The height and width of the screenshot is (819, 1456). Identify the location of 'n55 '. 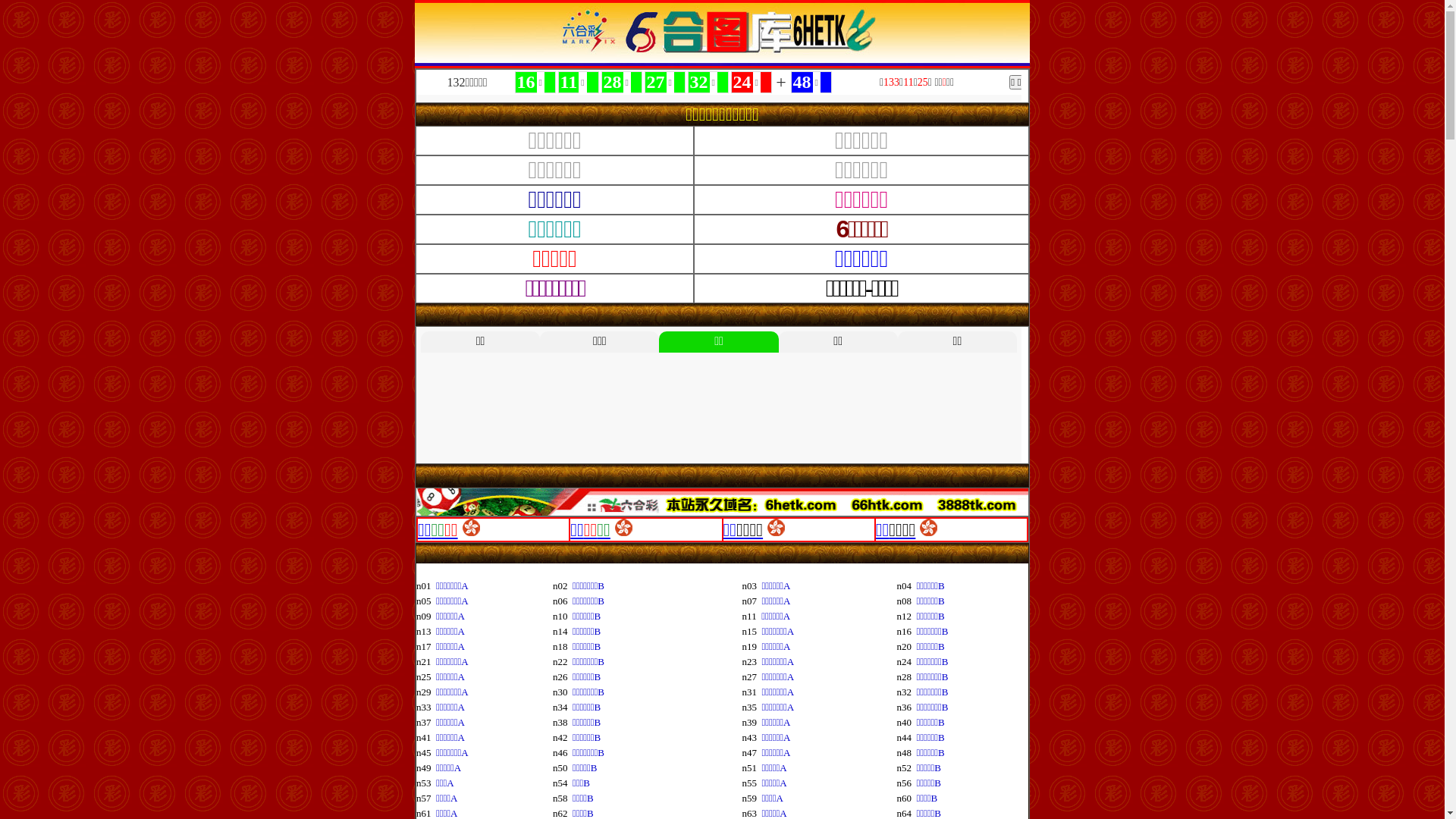
(752, 783).